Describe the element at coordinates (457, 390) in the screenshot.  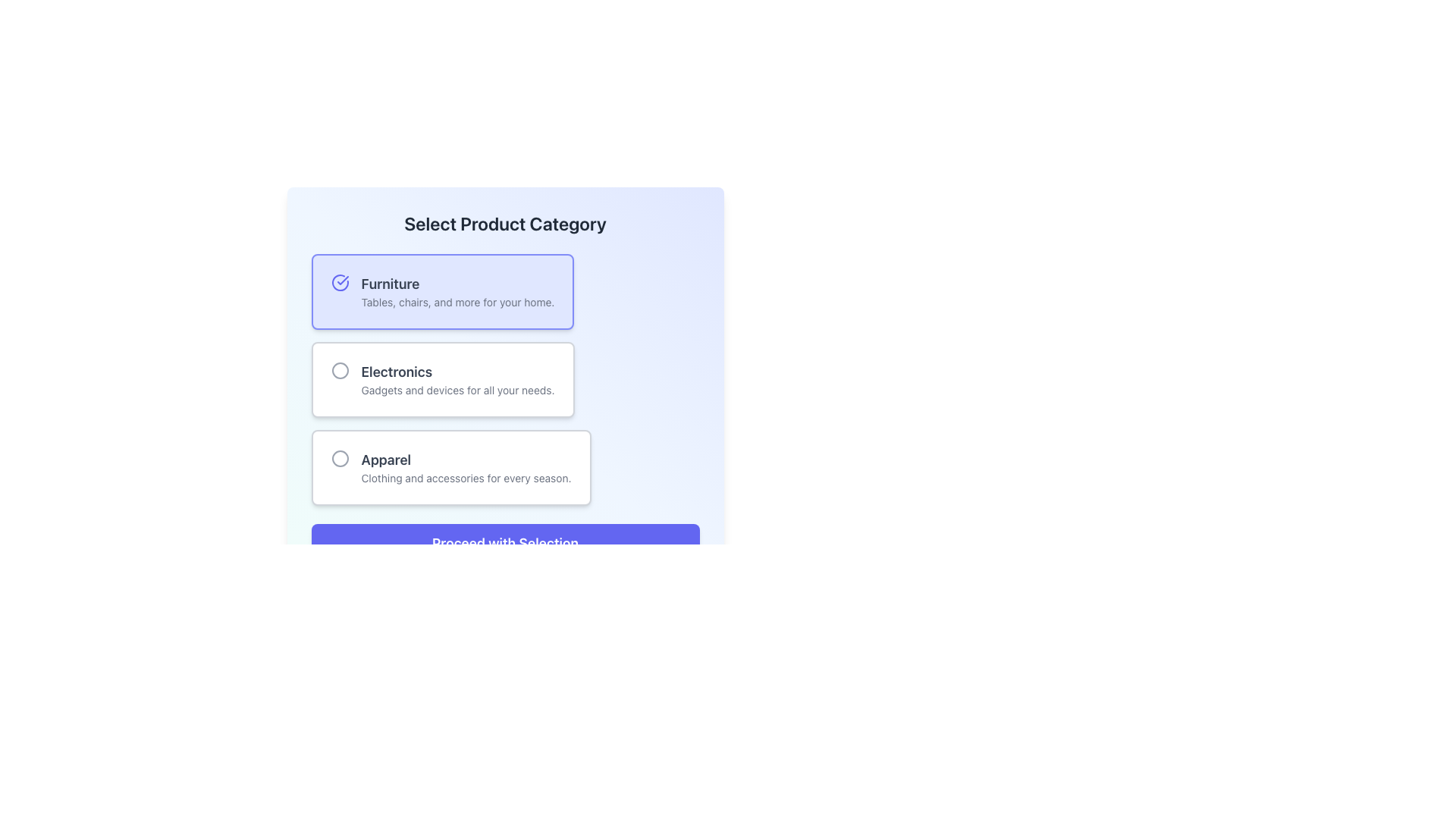
I see `the text label displaying 'Gadgets and devices for all your needs.' which is styled in gray color and located below the 'Electronics' text` at that location.